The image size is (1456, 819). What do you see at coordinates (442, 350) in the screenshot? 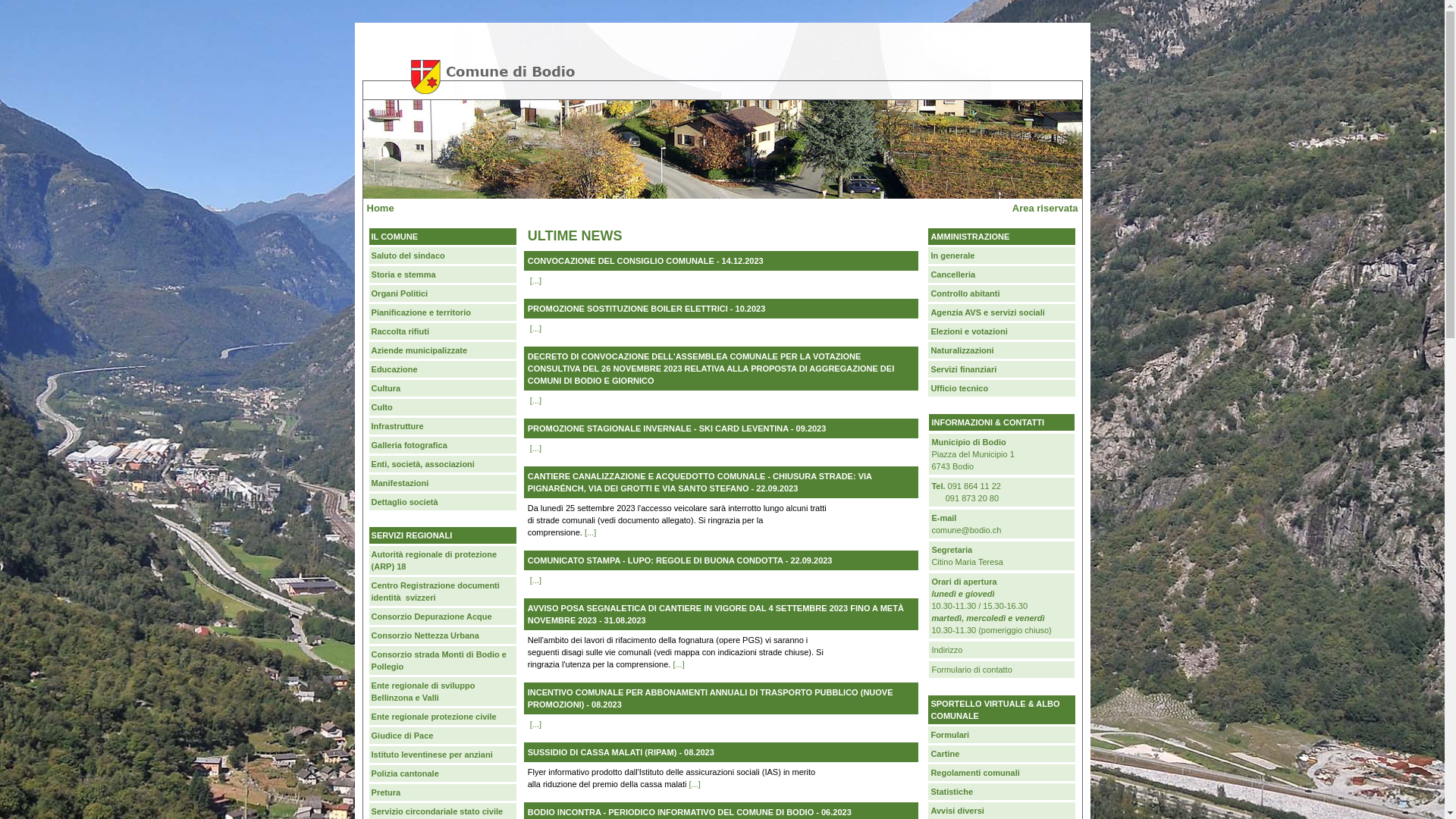
I see `'Aziende municipalizzate'` at bounding box center [442, 350].